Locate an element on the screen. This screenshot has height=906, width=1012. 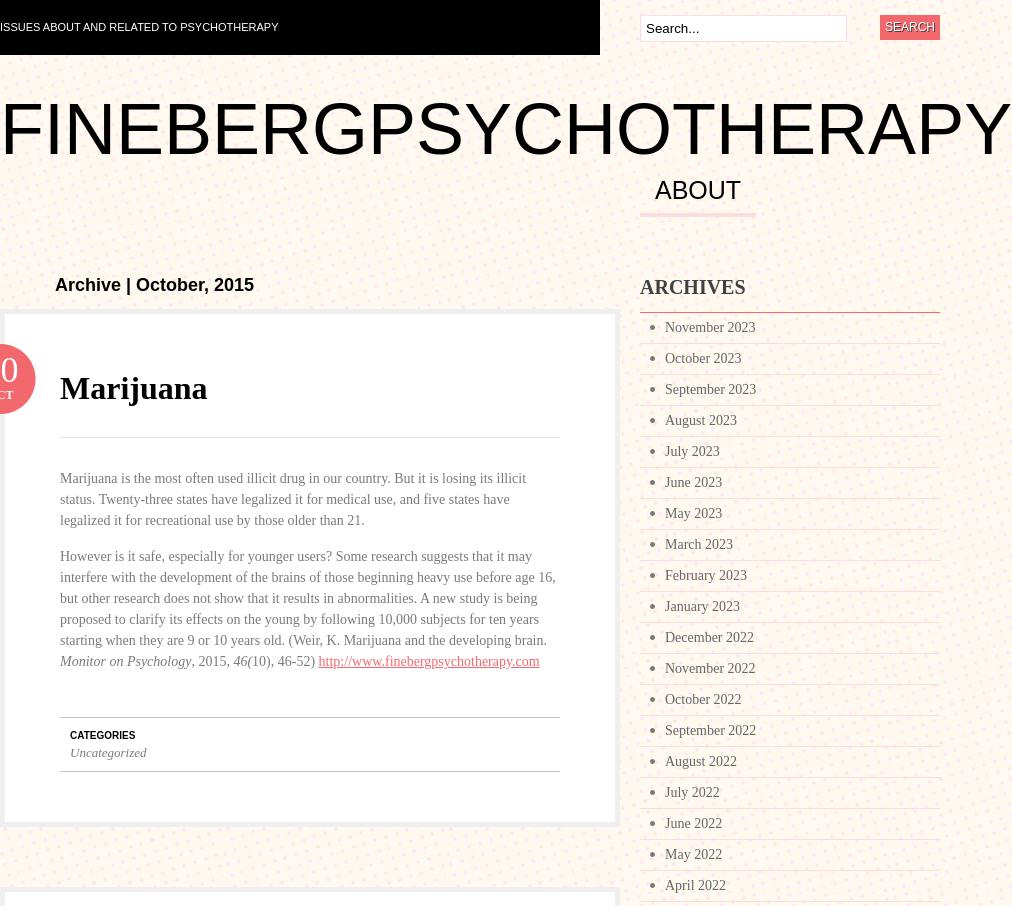
'November 2023' is located at coordinates (710, 327).